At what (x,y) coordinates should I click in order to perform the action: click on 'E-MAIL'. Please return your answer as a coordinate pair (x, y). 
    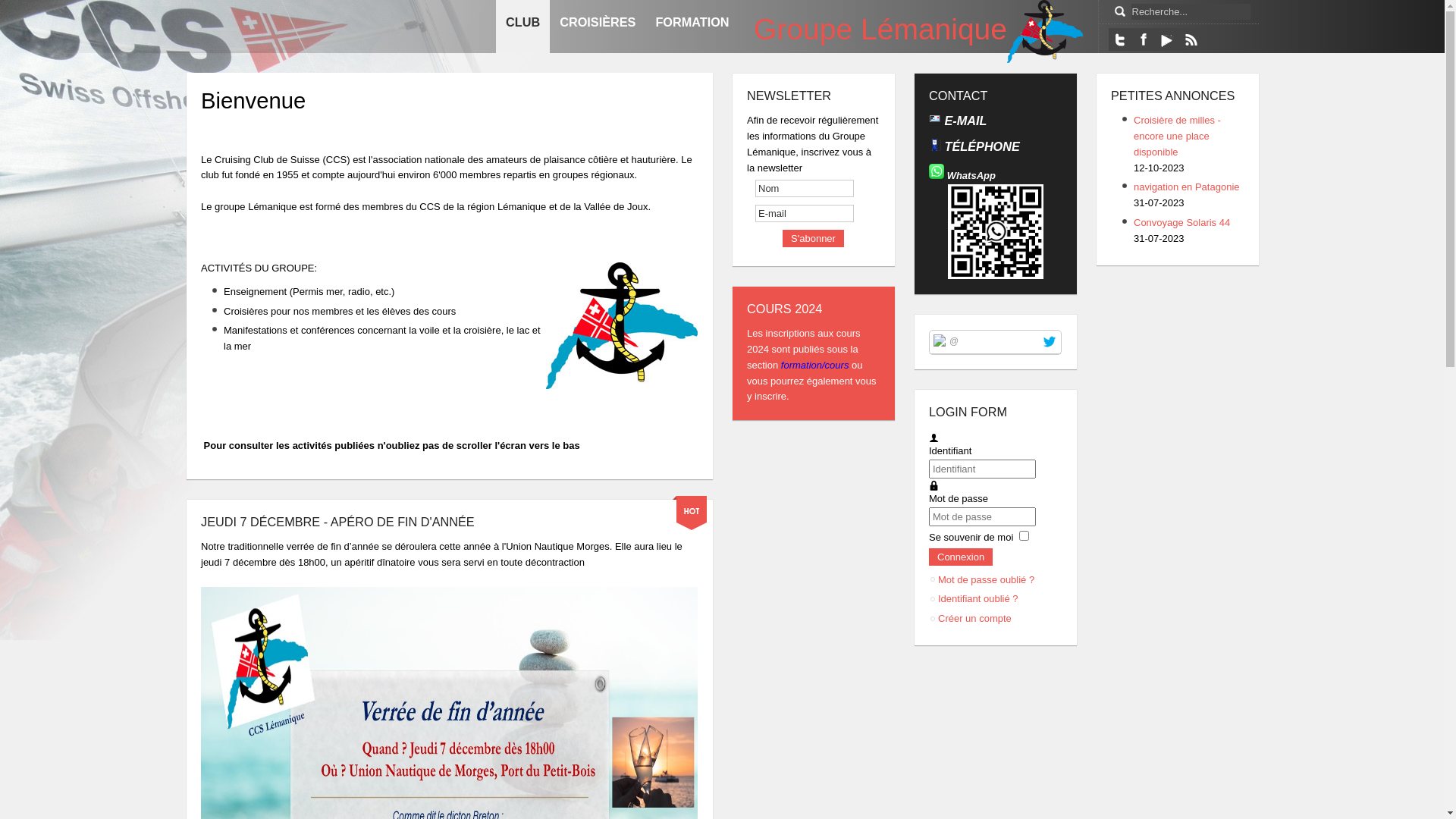
    Looking at the image, I should click on (963, 119).